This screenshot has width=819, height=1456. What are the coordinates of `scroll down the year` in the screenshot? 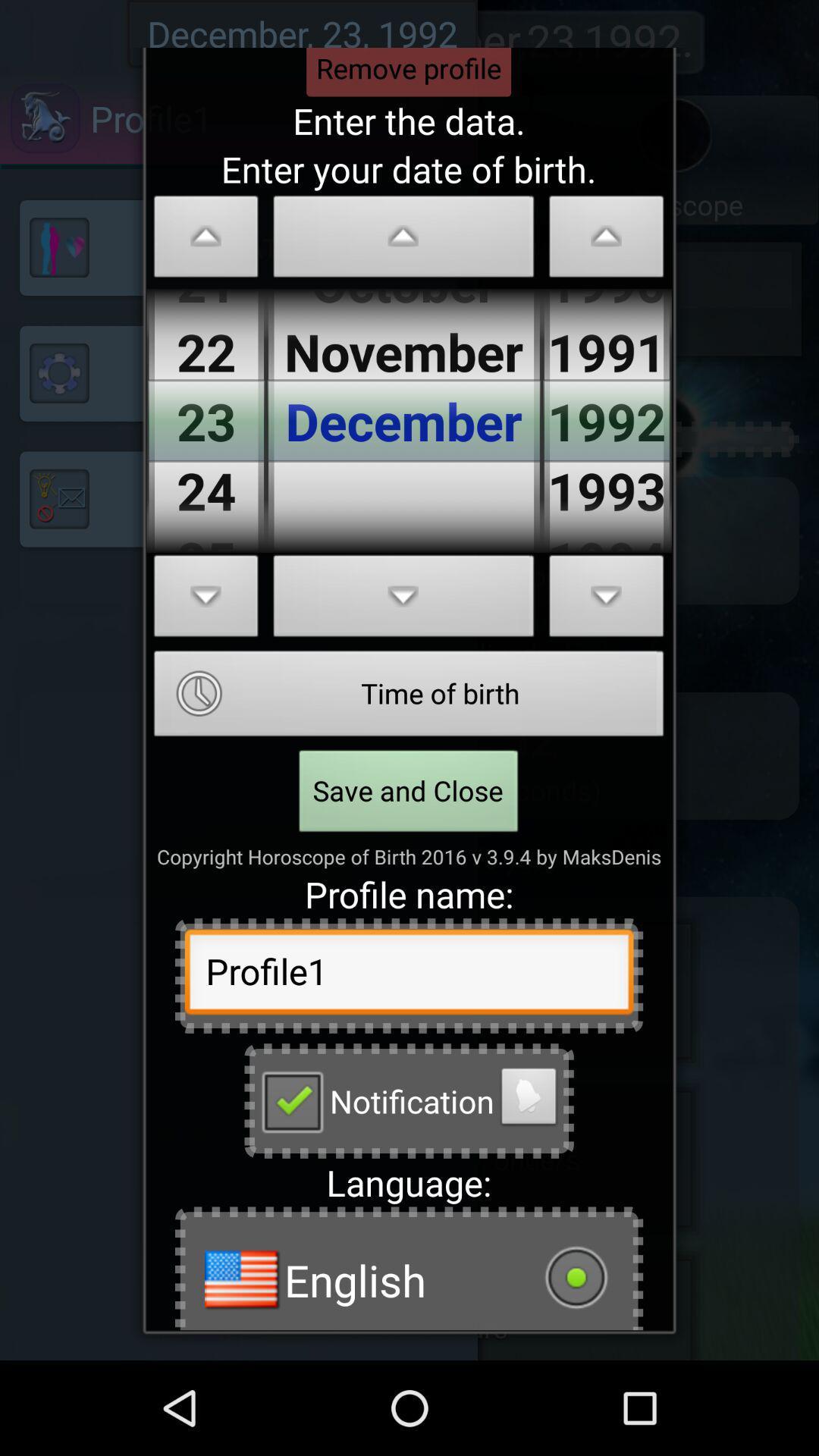 It's located at (606, 600).